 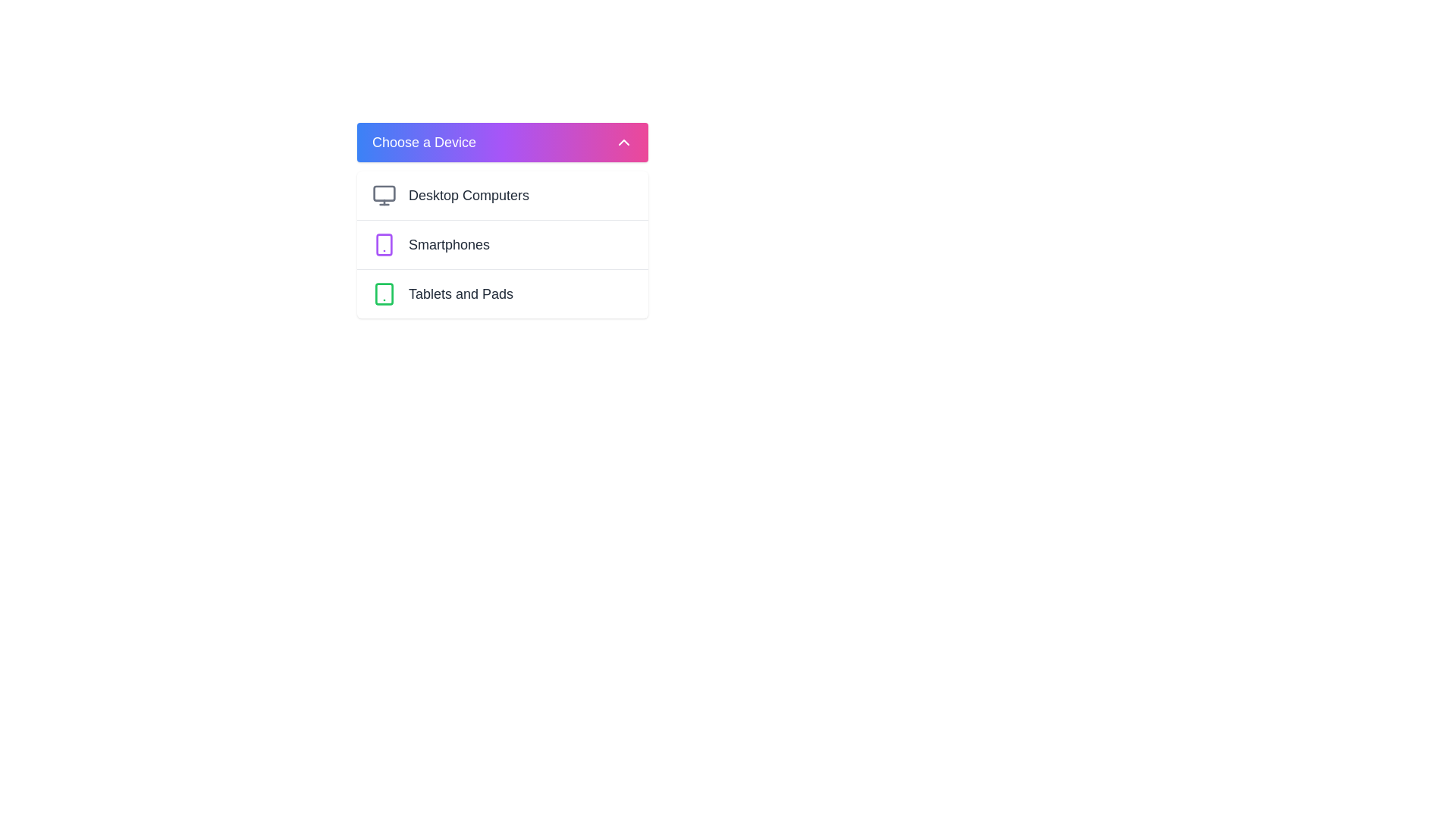 I want to click on the purple smartphone icon, which is located to the left of the text label 'Smartphones' in the second group of the menu, so click(x=384, y=244).